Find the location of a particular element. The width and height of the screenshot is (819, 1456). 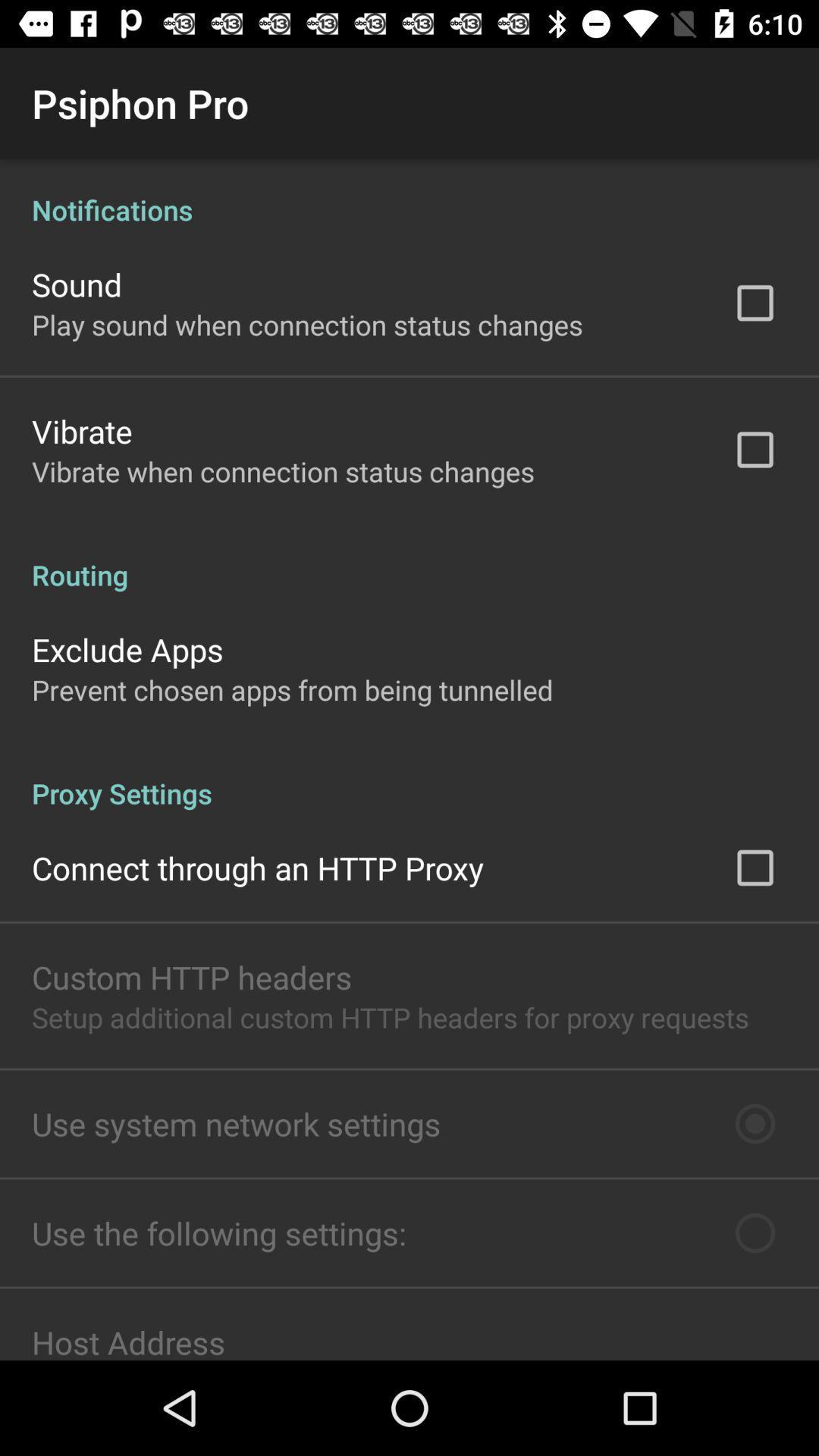

the use system network icon is located at coordinates (236, 1124).